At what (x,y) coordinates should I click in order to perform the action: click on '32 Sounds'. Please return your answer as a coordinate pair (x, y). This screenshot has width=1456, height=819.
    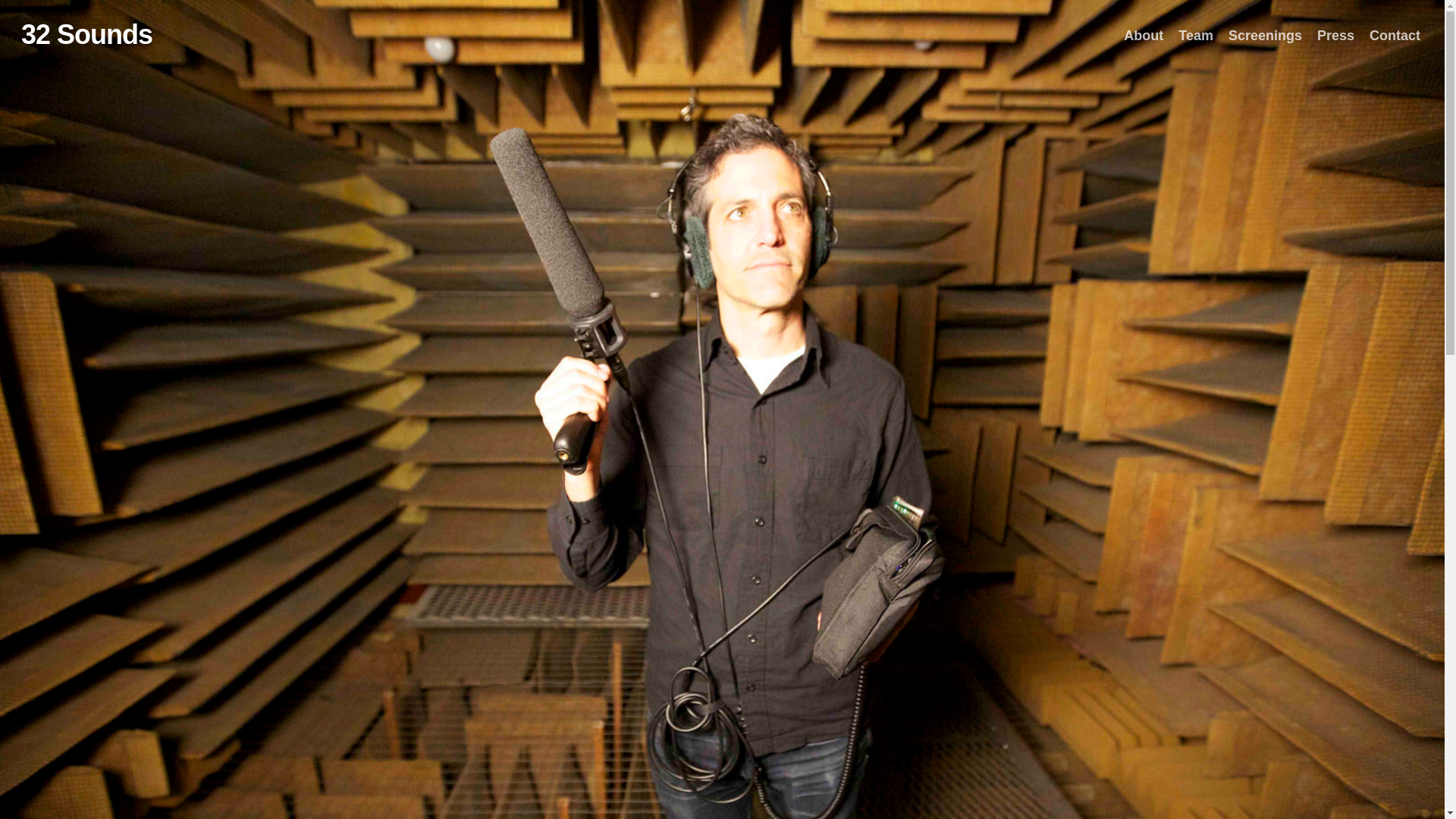
    Looking at the image, I should click on (86, 34).